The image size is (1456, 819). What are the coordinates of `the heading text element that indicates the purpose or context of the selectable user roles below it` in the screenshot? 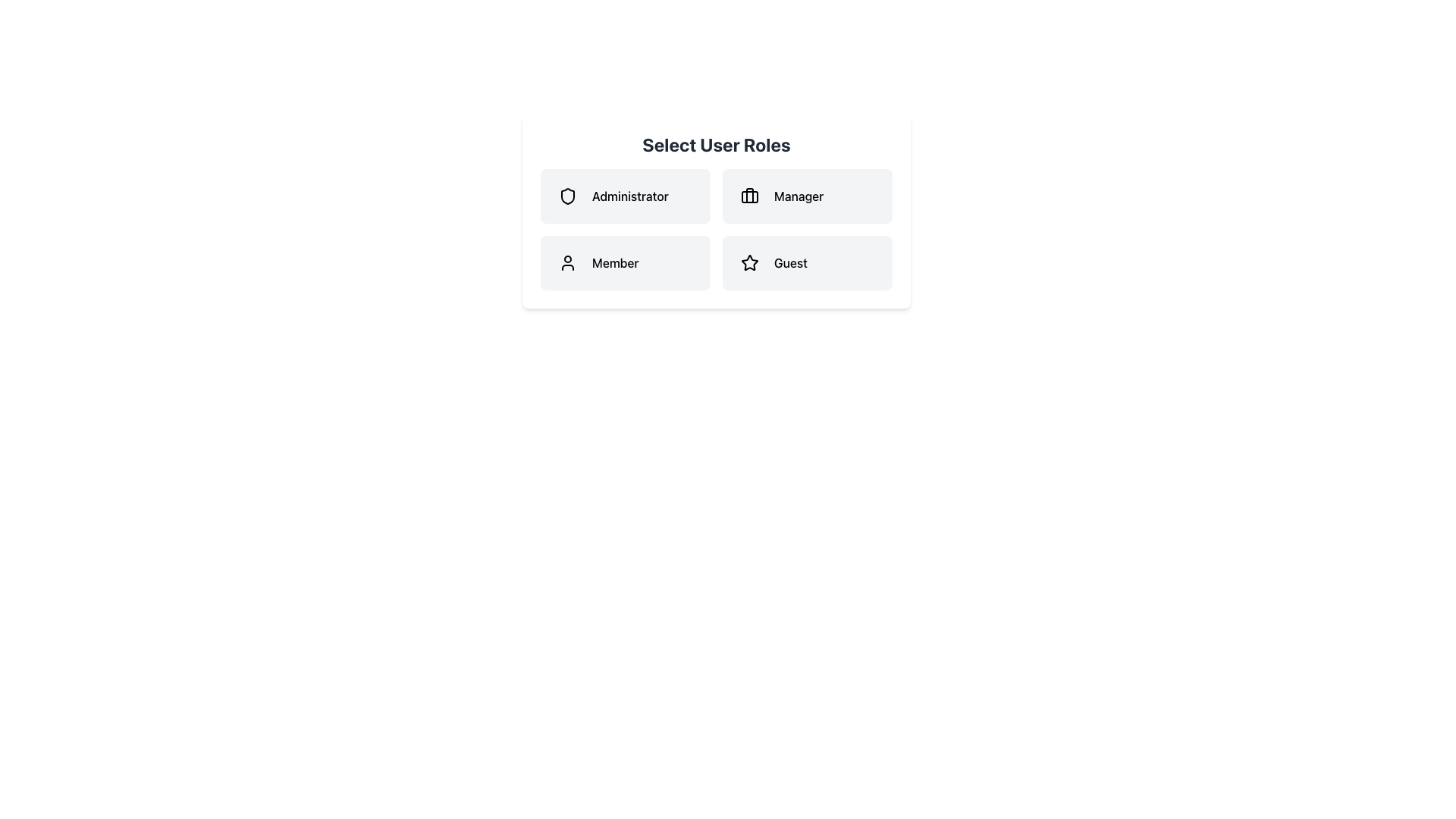 It's located at (716, 145).